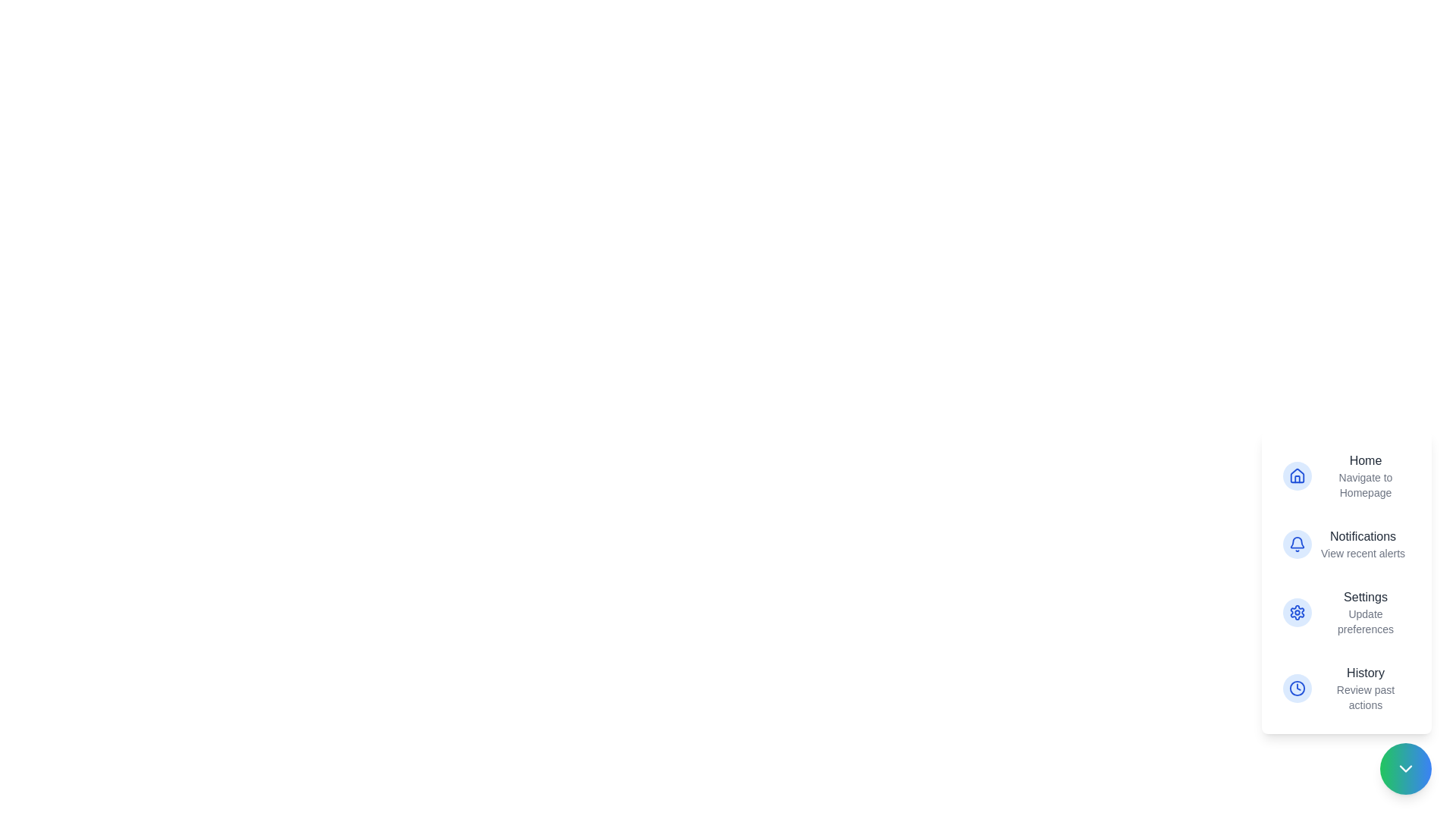  What do you see at coordinates (1347, 475) in the screenshot?
I see `the action item corresponding to Home` at bounding box center [1347, 475].